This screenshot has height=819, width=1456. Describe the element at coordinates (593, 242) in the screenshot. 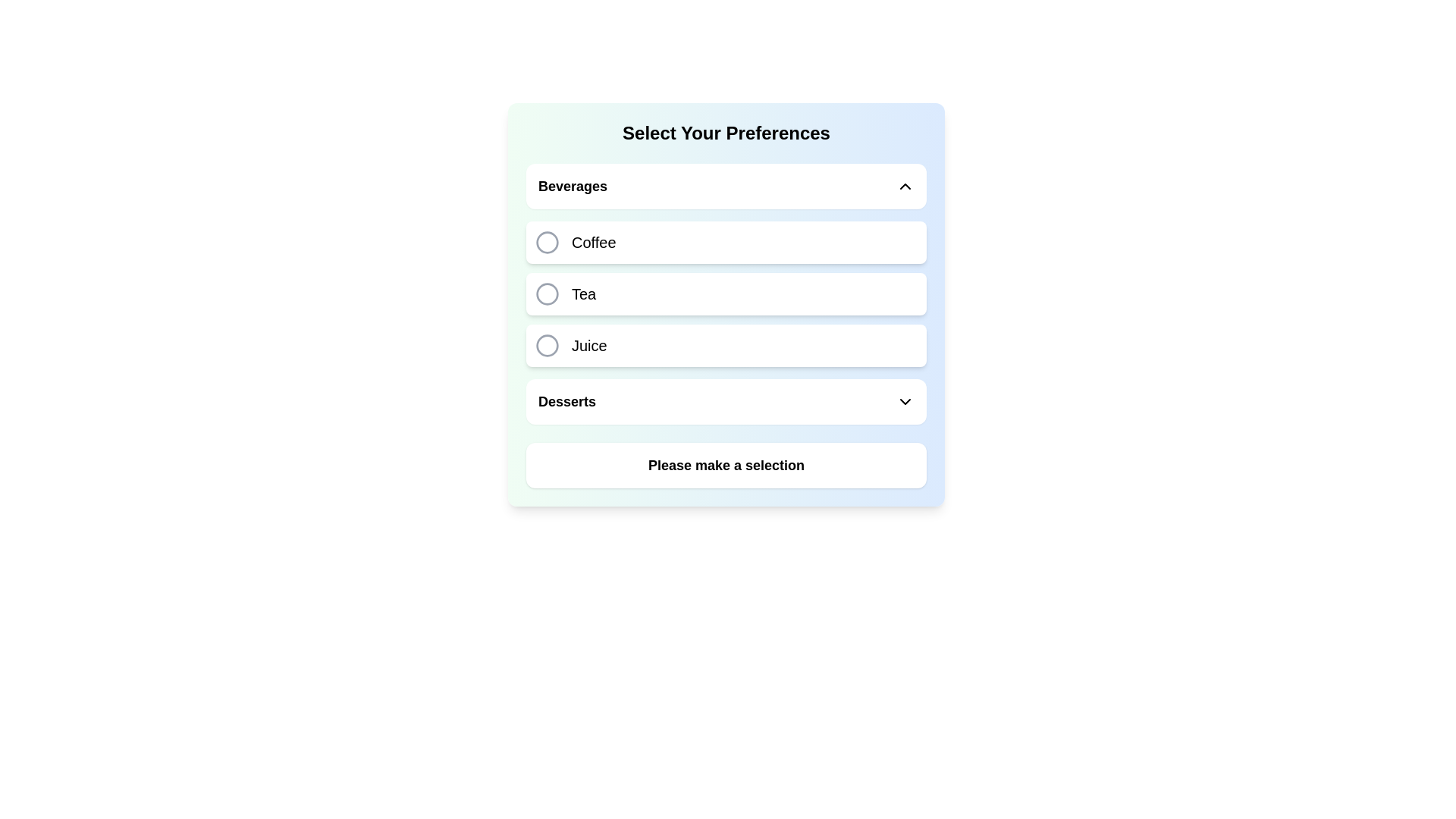

I see `the 'Coffee' label in the Beverages section, which is a title or option label displayed in a larger font size and medium weight, located in the second row to the right of a radio button` at that location.